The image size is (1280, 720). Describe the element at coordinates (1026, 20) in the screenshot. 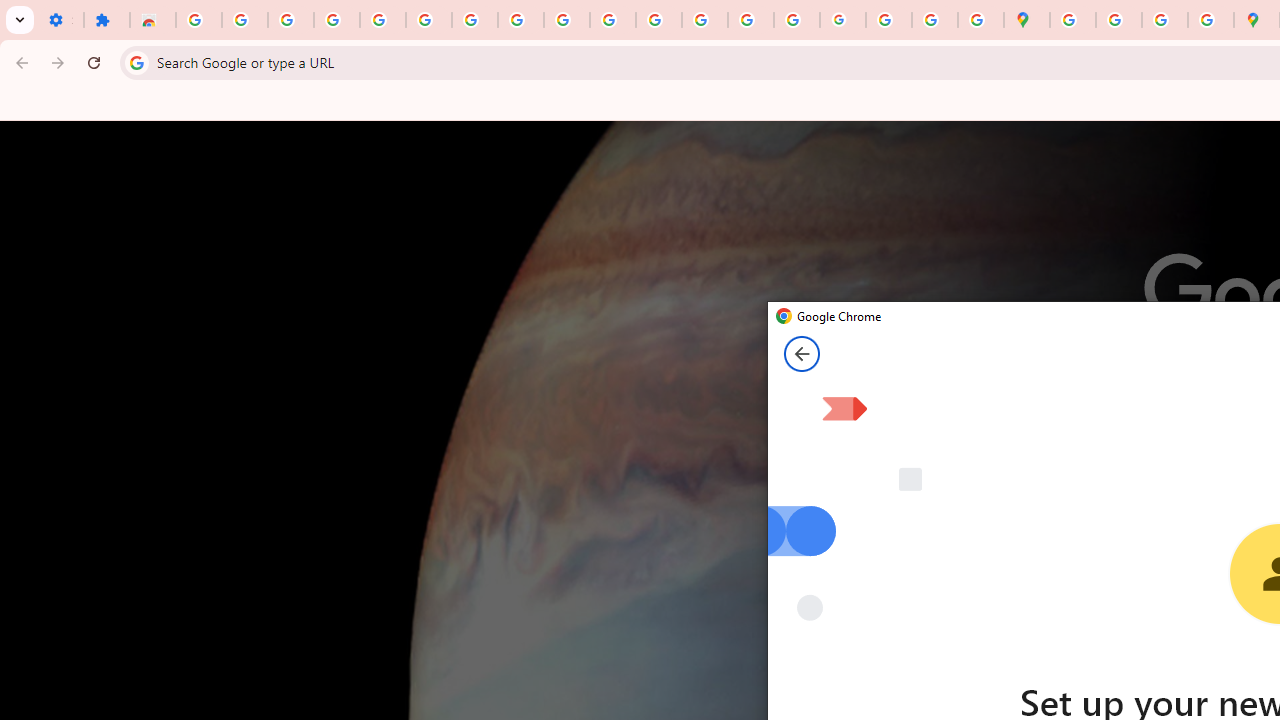

I see `'Google Maps'` at that location.